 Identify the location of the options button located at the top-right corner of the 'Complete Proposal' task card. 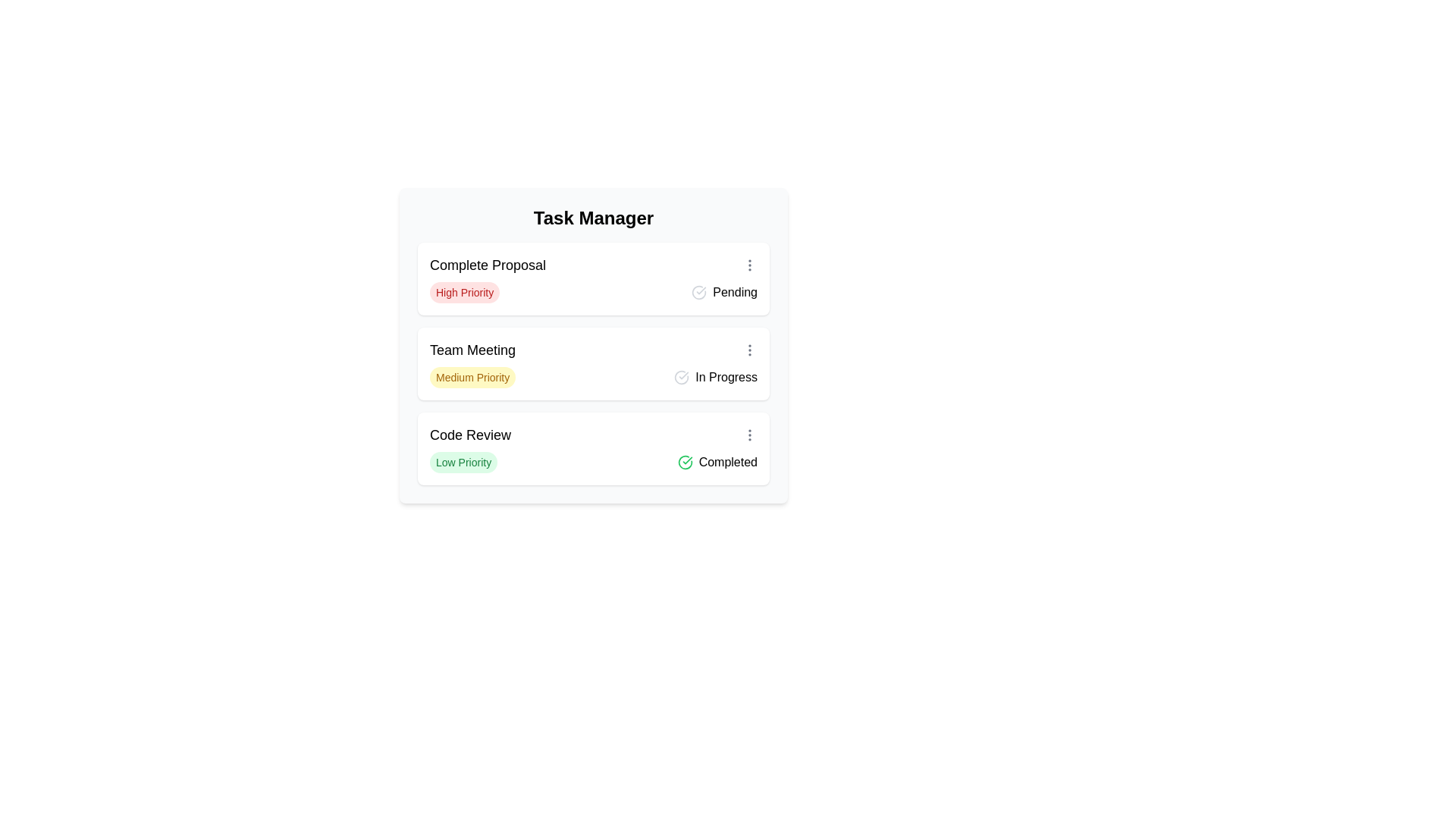
(749, 265).